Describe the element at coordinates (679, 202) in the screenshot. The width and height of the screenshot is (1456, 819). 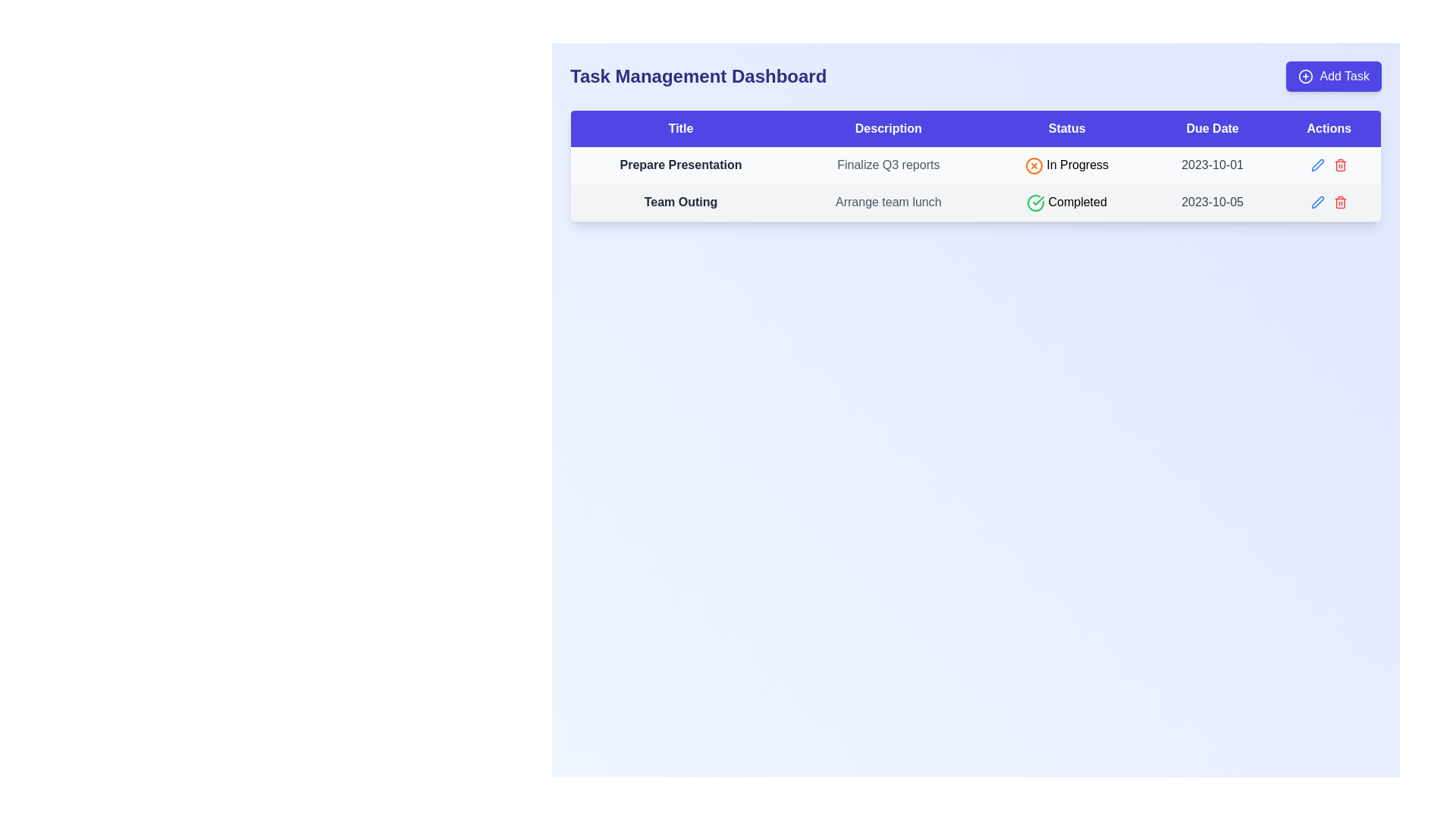
I see `the text label displaying 'Team Outing' in bold font within the 'Title' column of the second row in the 'Task Management Dashboard'` at that location.